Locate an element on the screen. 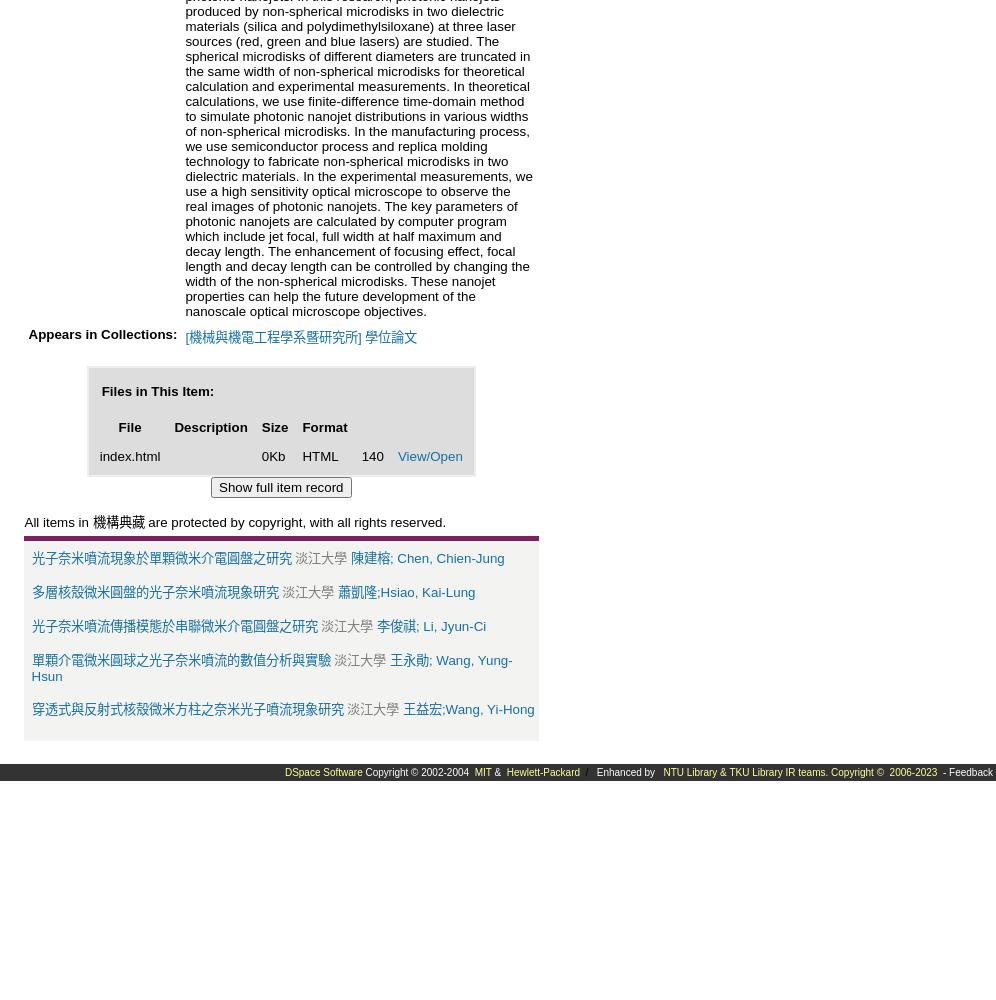 The height and width of the screenshot is (1000, 996). '[機械與機電工程學系暨研究所] 學位論文' is located at coordinates (299, 335).